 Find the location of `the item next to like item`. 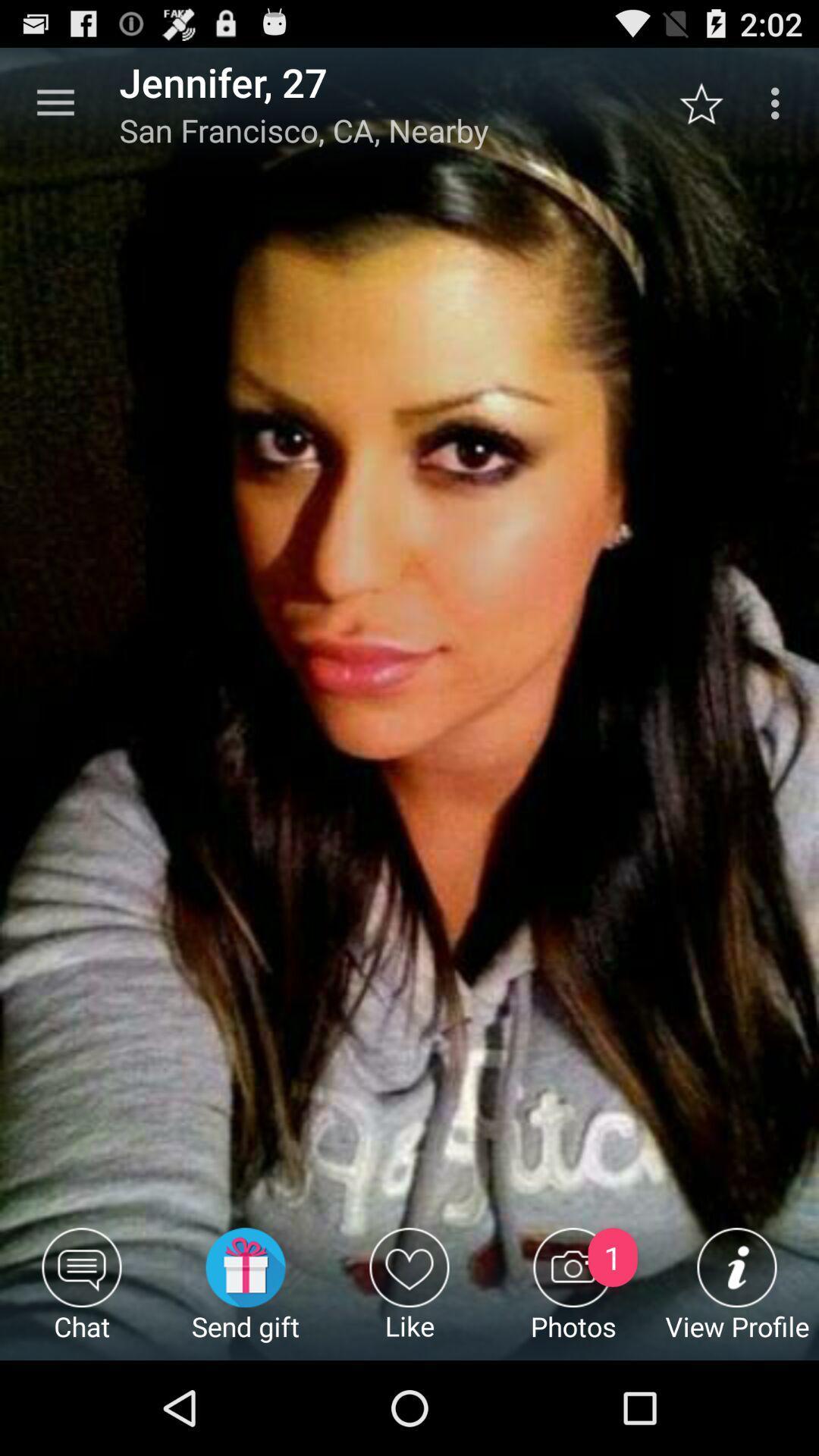

the item next to like item is located at coordinates (245, 1293).